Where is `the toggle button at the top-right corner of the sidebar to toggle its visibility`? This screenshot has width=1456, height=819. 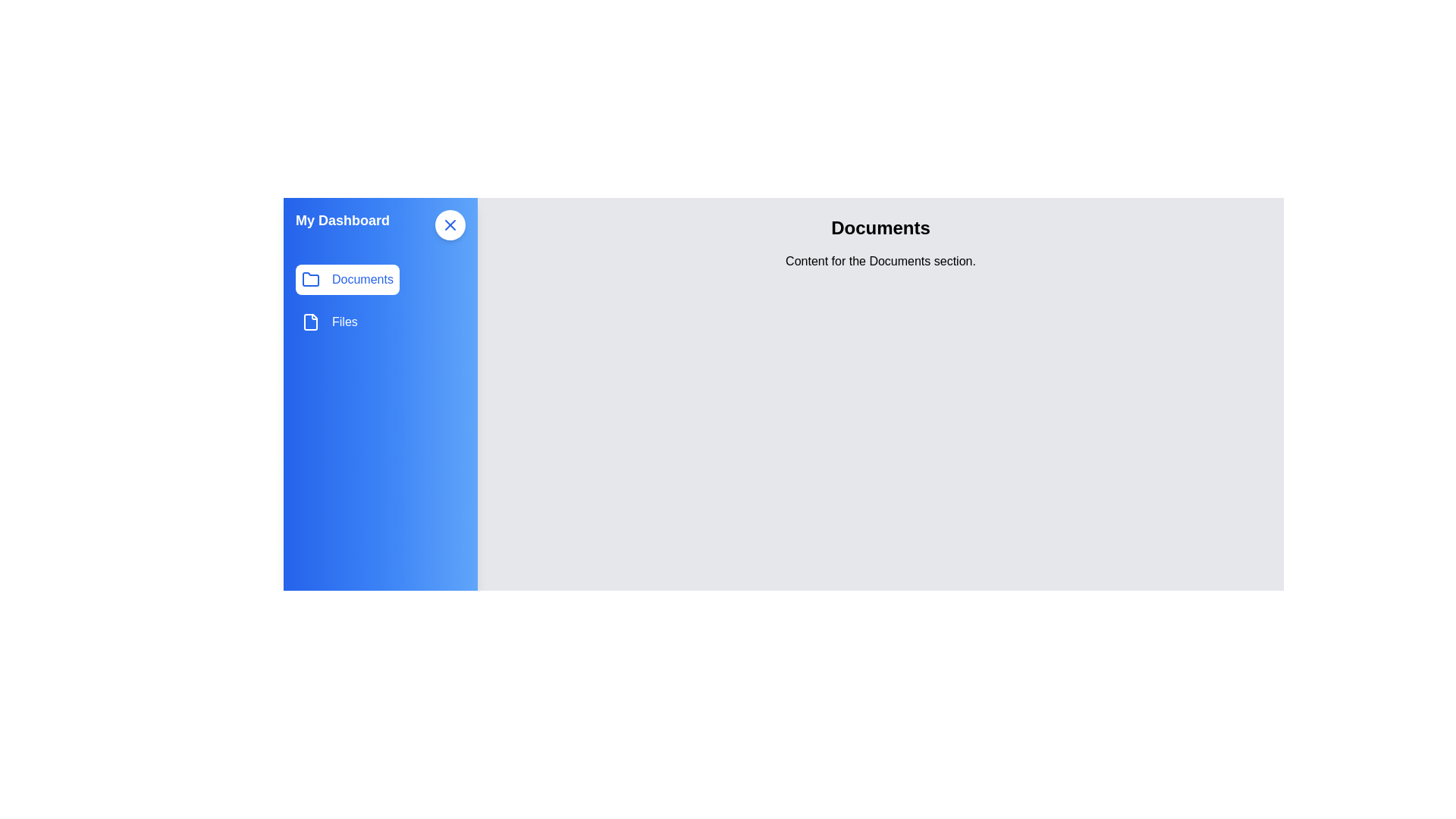
the toggle button at the top-right corner of the sidebar to toggle its visibility is located at coordinates (450, 225).